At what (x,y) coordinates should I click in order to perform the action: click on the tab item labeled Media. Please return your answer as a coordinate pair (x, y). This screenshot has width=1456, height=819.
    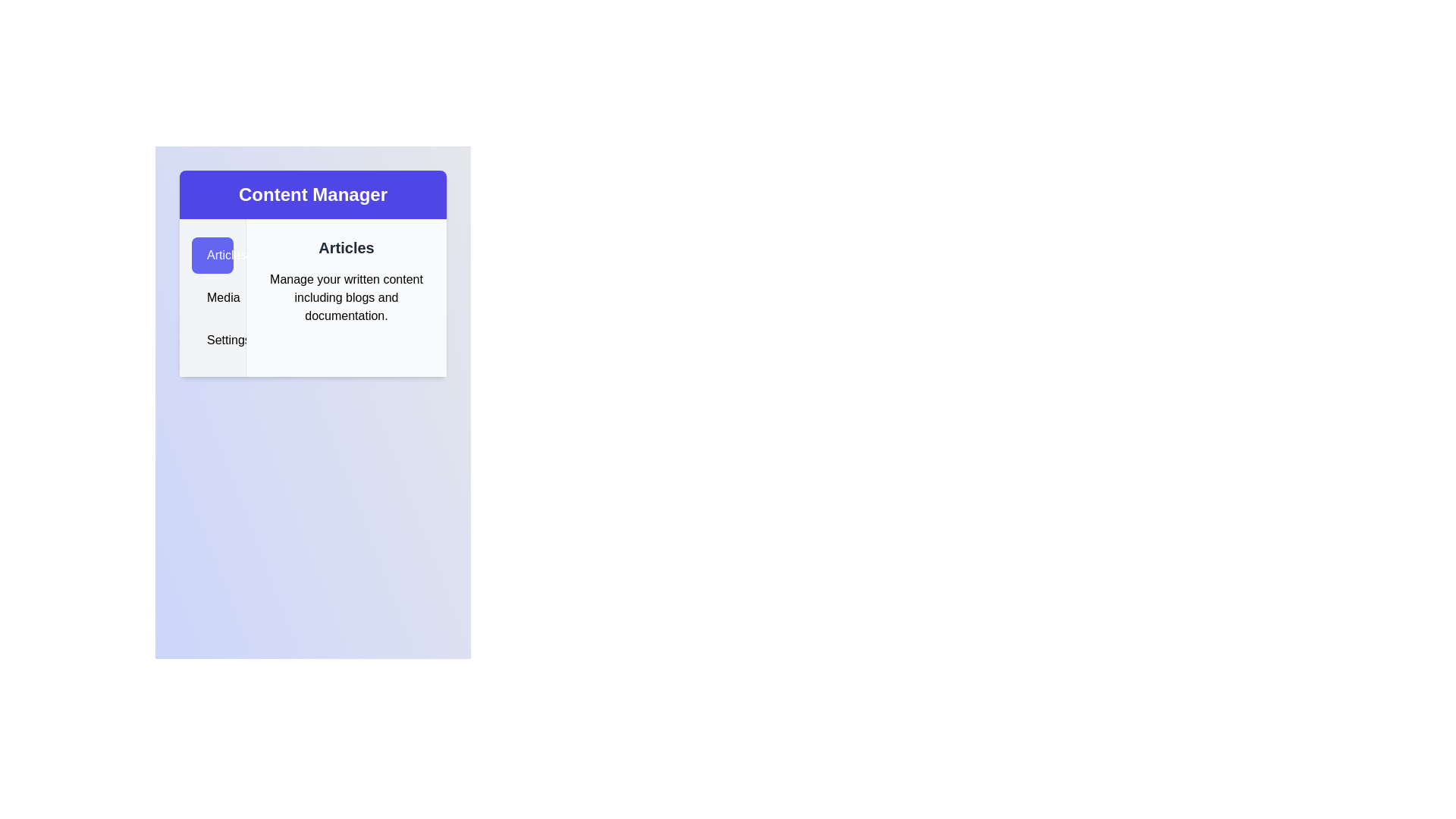
    Looking at the image, I should click on (212, 298).